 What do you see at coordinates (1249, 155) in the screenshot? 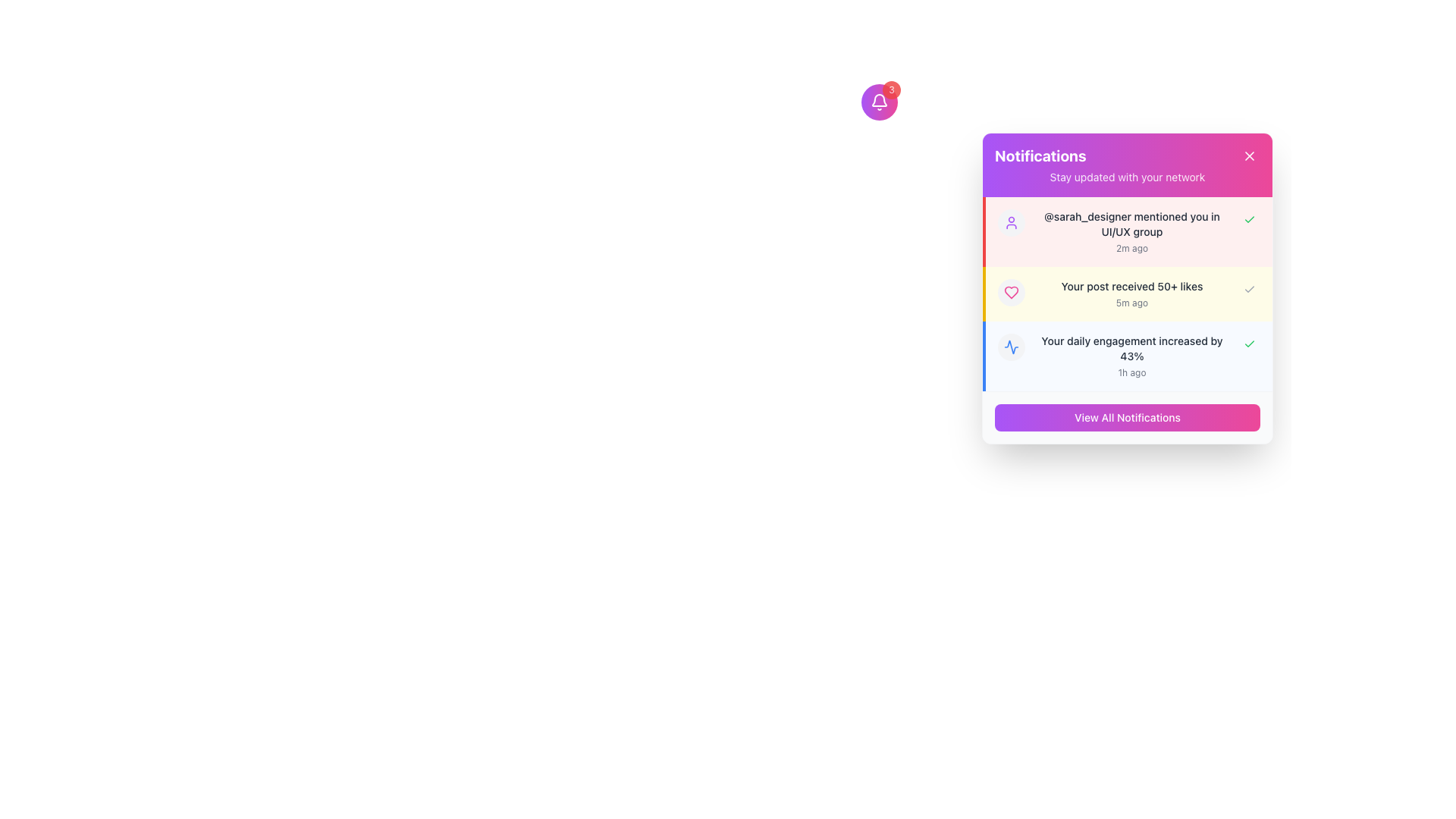
I see `the visual state of the 'X' icon part of the close button in the top-right corner of the notification panel` at bounding box center [1249, 155].